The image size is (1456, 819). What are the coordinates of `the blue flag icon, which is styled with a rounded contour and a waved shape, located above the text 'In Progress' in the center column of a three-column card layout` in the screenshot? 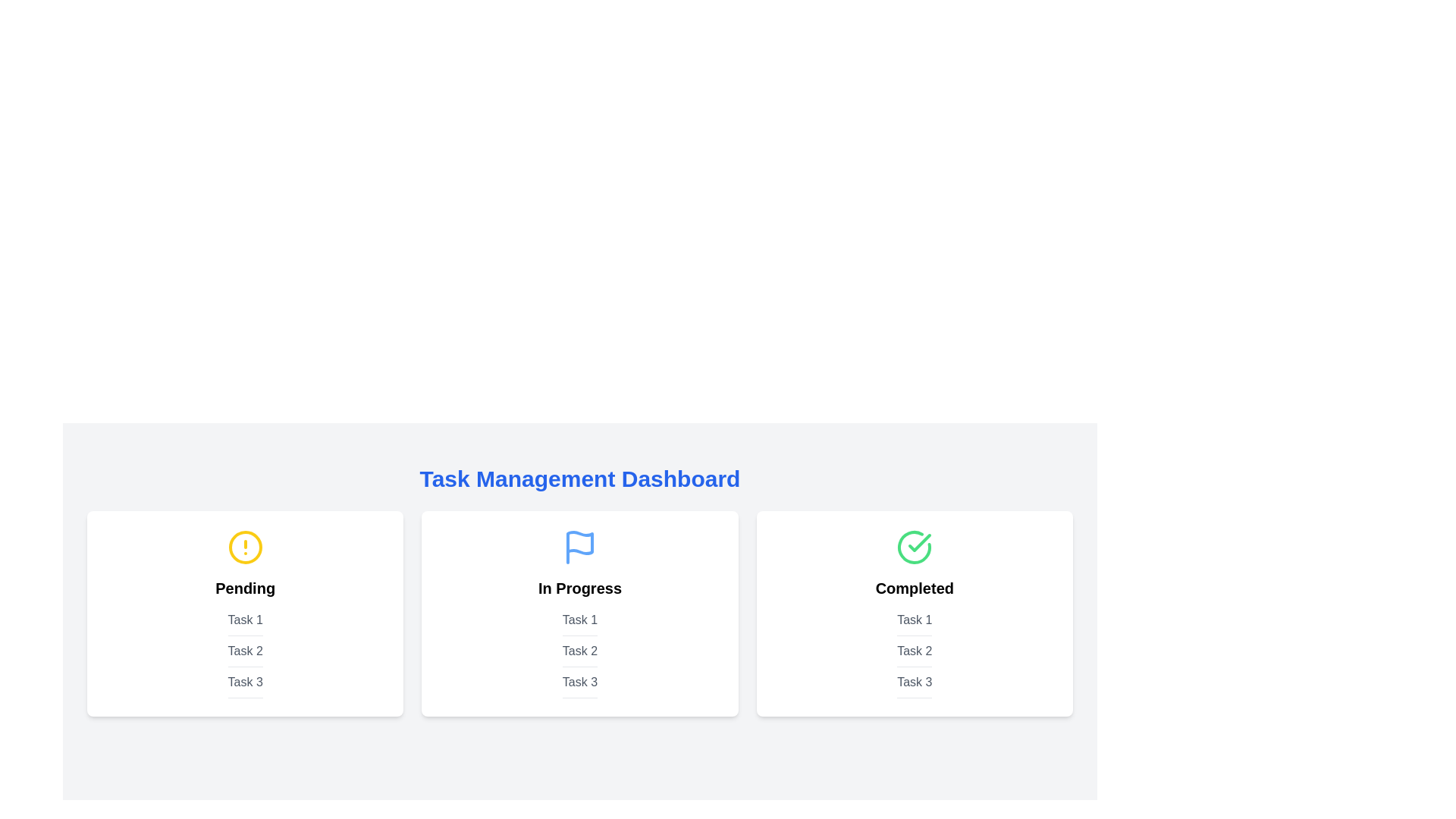 It's located at (579, 547).